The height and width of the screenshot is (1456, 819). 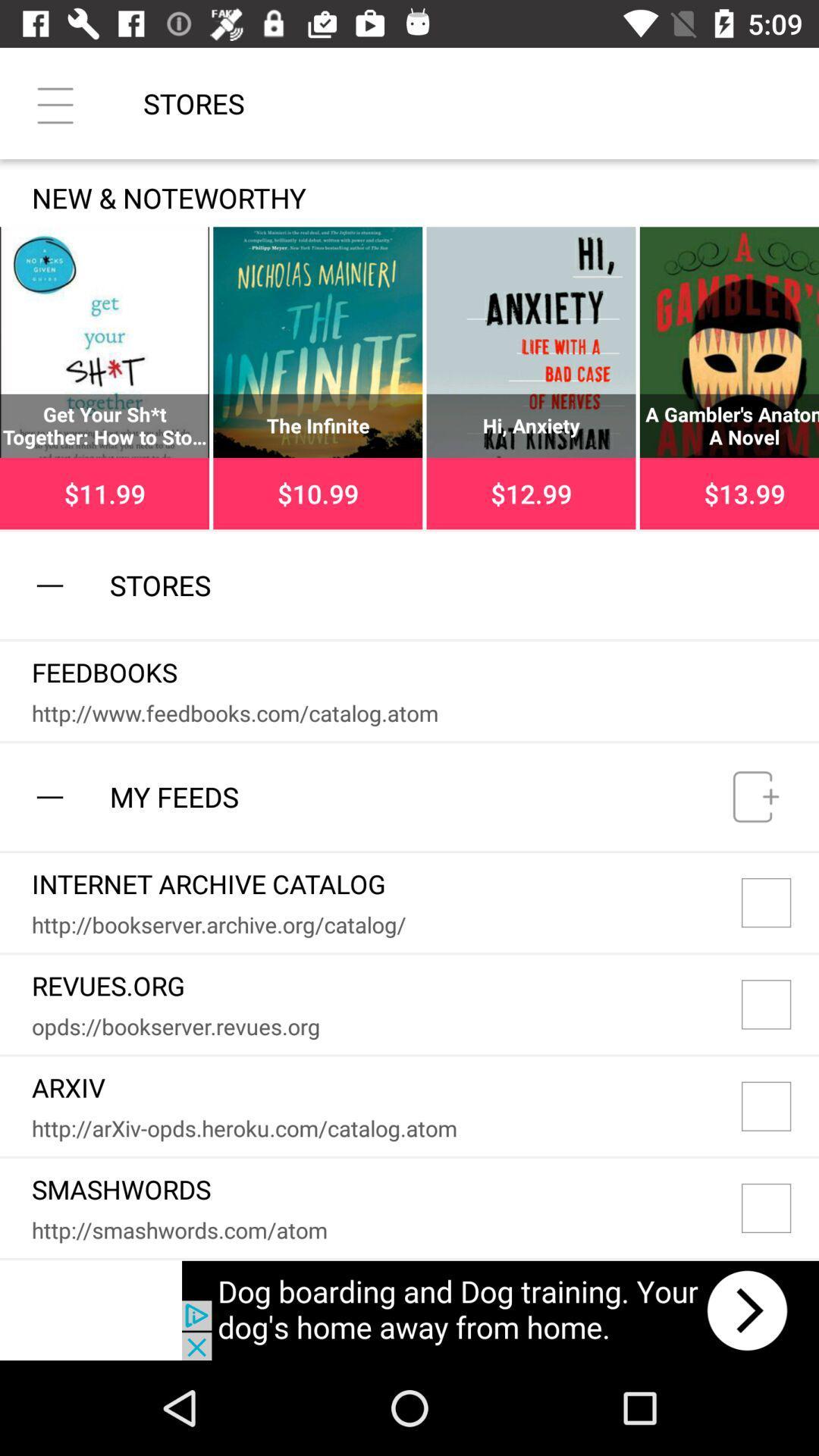 I want to click on the second box in my feeds, so click(x=780, y=1004).